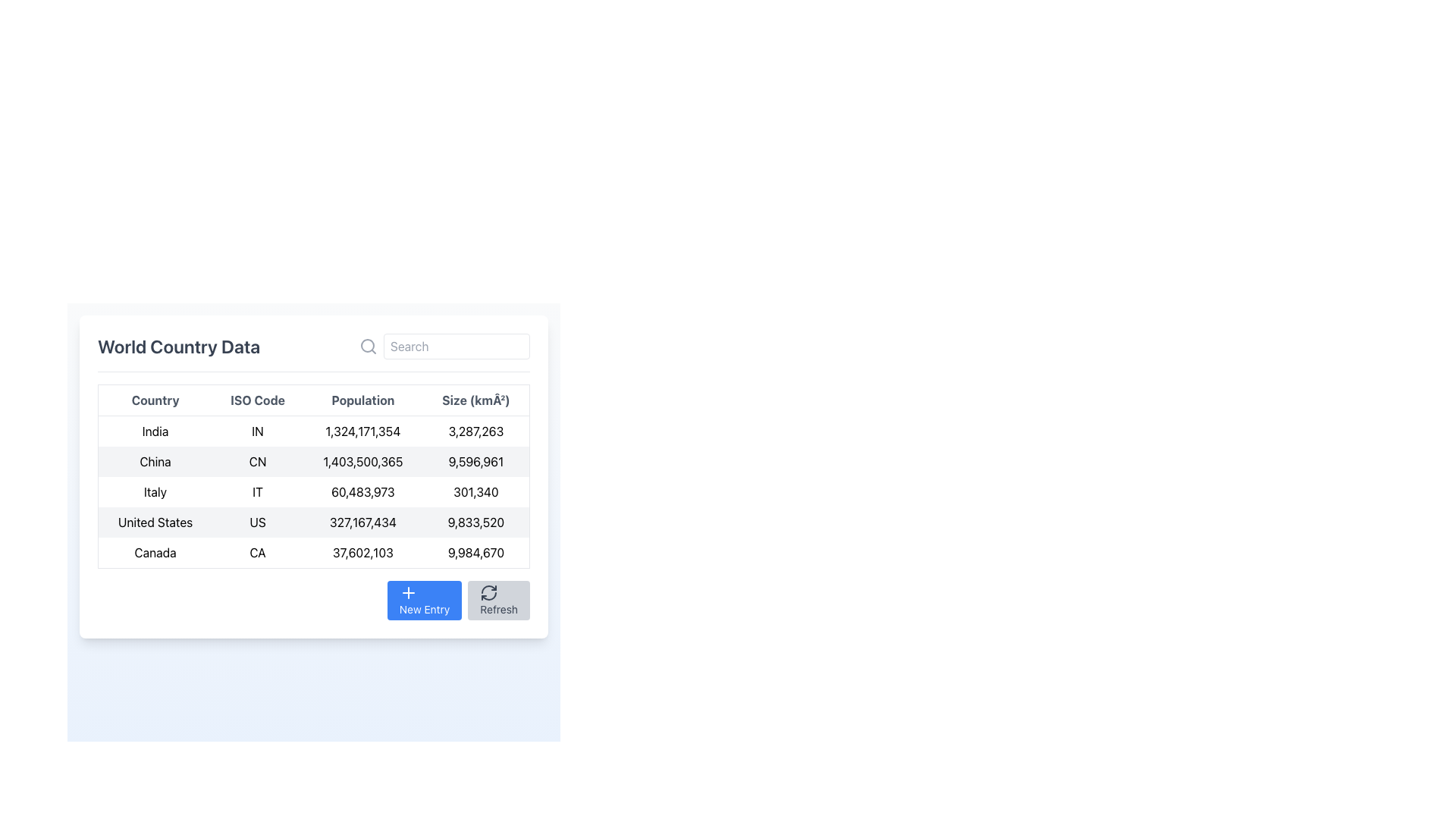 This screenshot has width=1456, height=819. Describe the element at coordinates (362, 553) in the screenshot. I see `the static text displaying the population of Canada, located in the 'Population' column of the table` at that location.